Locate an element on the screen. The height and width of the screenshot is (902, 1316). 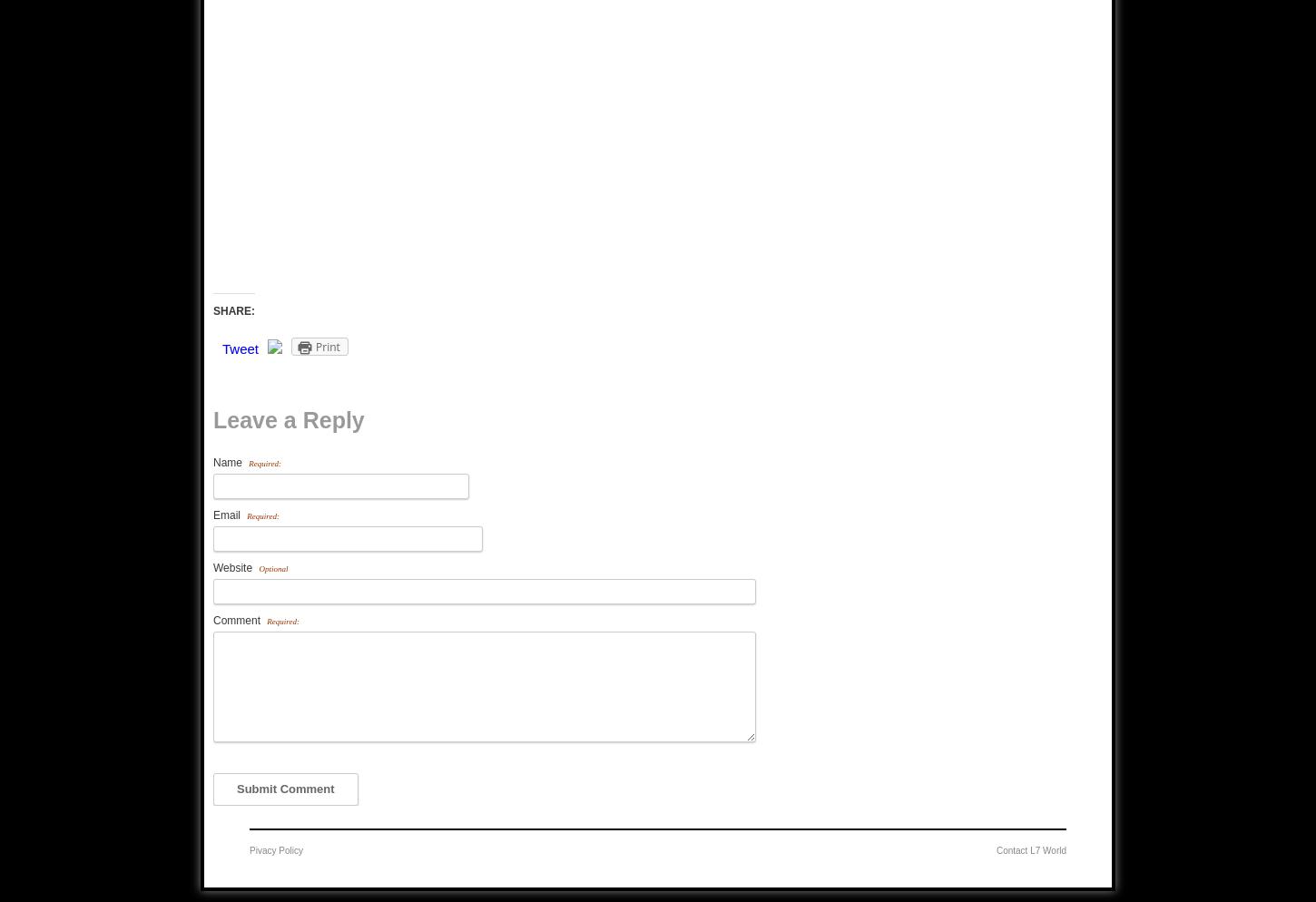
'Comment' is located at coordinates (238, 619).